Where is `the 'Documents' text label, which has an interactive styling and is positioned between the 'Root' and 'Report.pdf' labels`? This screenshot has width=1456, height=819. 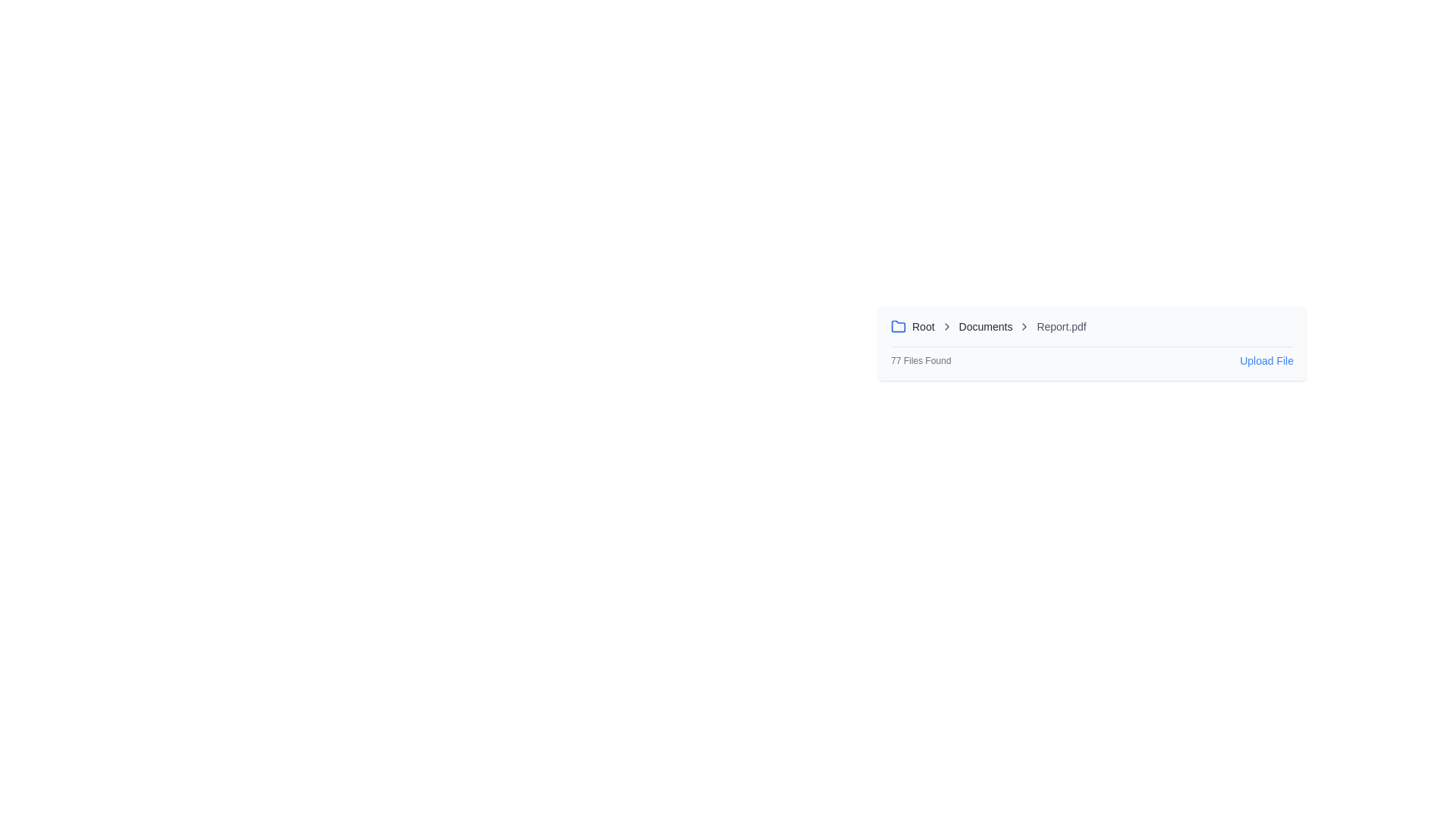
the 'Documents' text label, which has an interactive styling and is positioned between the 'Root' and 'Report.pdf' labels is located at coordinates (985, 326).